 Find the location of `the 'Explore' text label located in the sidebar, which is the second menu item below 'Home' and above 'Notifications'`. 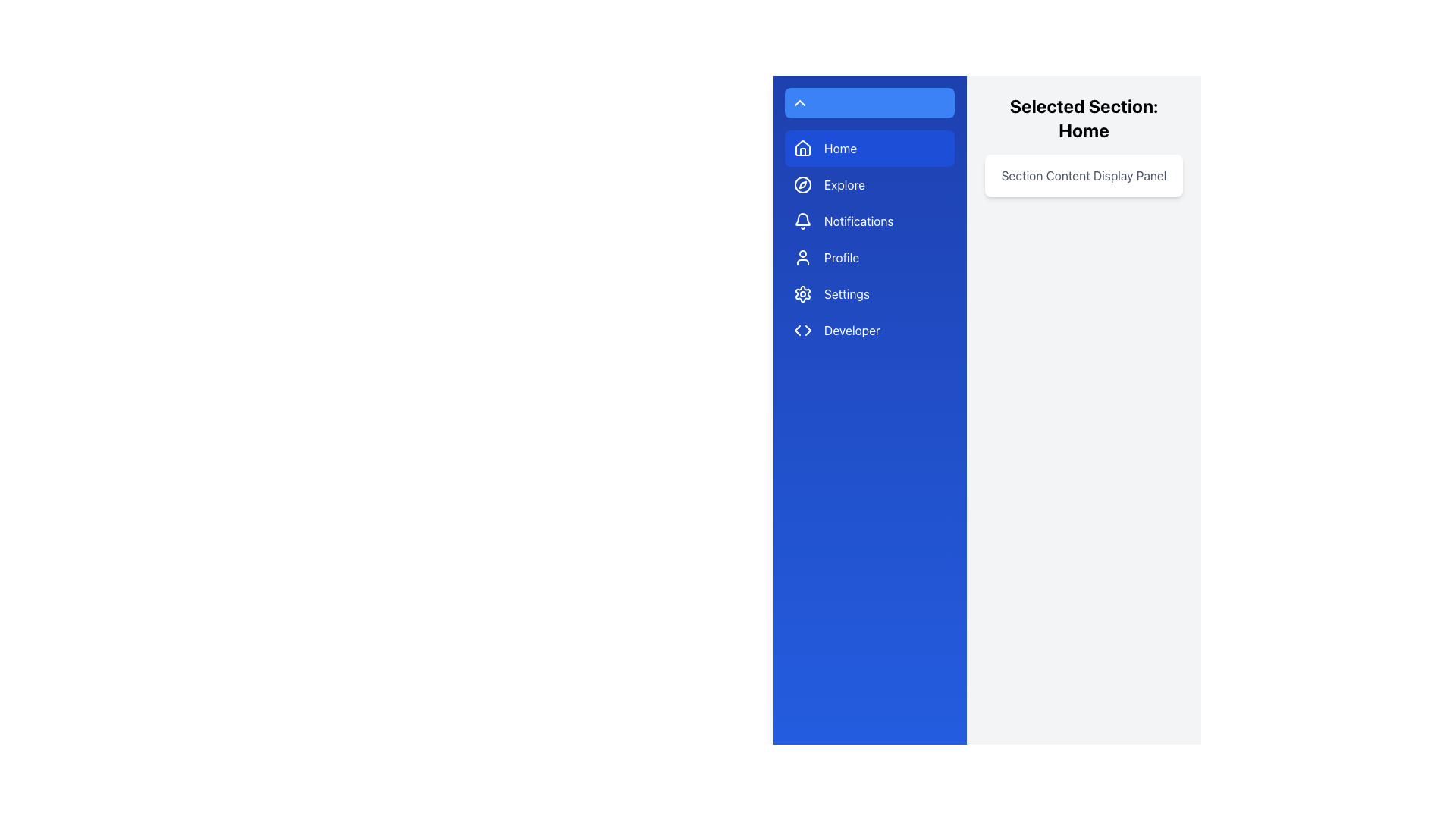

the 'Explore' text label located in the sidebar, which is the second menu item below 'Home' and above 'Notifications' is located at coordinates (843, 184).